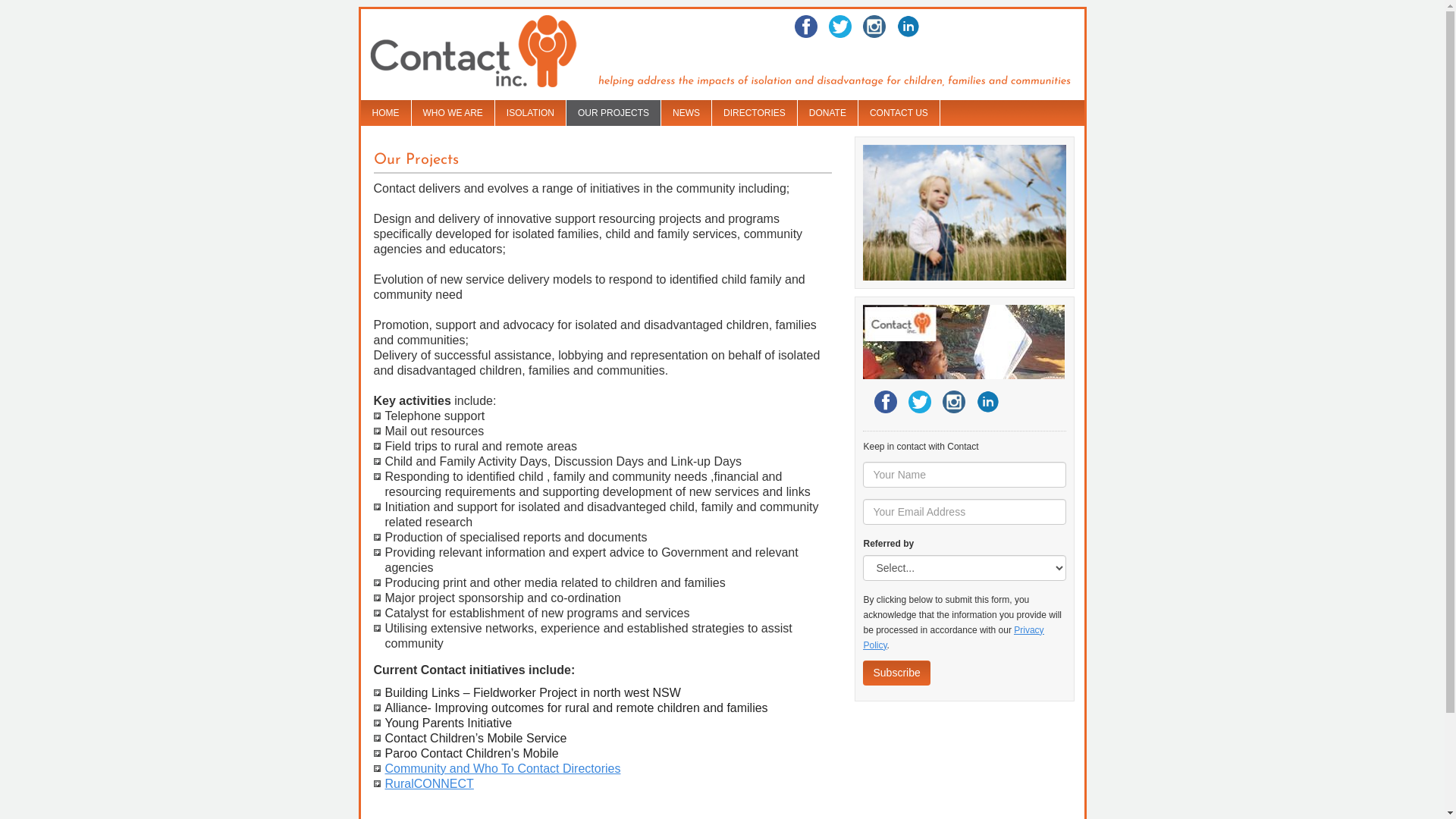 The image size is (1456, 819). I want to click on 'Privacy Policy', so click(952, 637).